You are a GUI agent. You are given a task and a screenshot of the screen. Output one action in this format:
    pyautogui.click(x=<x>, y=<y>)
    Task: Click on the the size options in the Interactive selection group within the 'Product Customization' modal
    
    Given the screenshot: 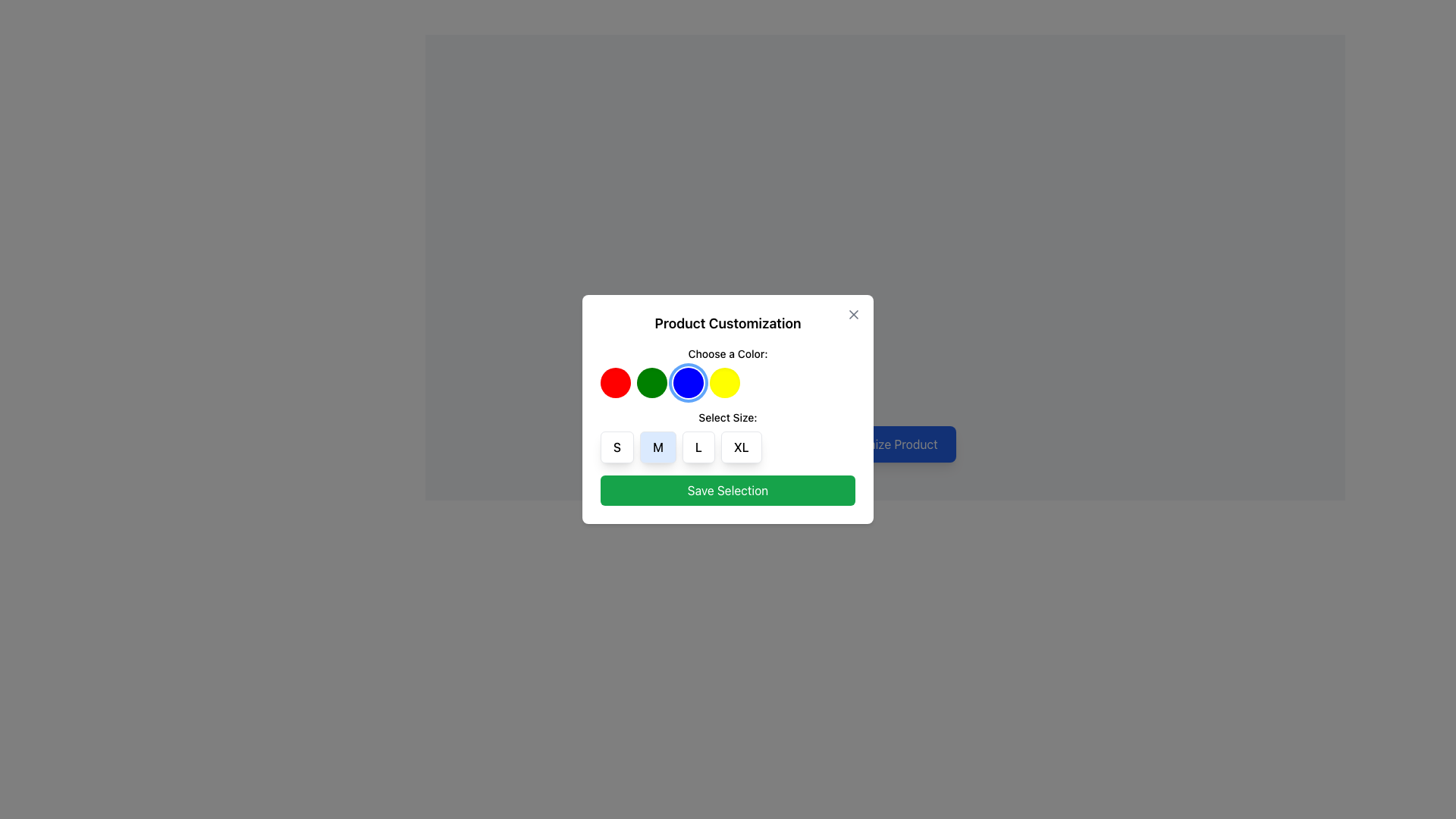 What is the action you would take?
    pyautogui.click(x=728, y=436)
    